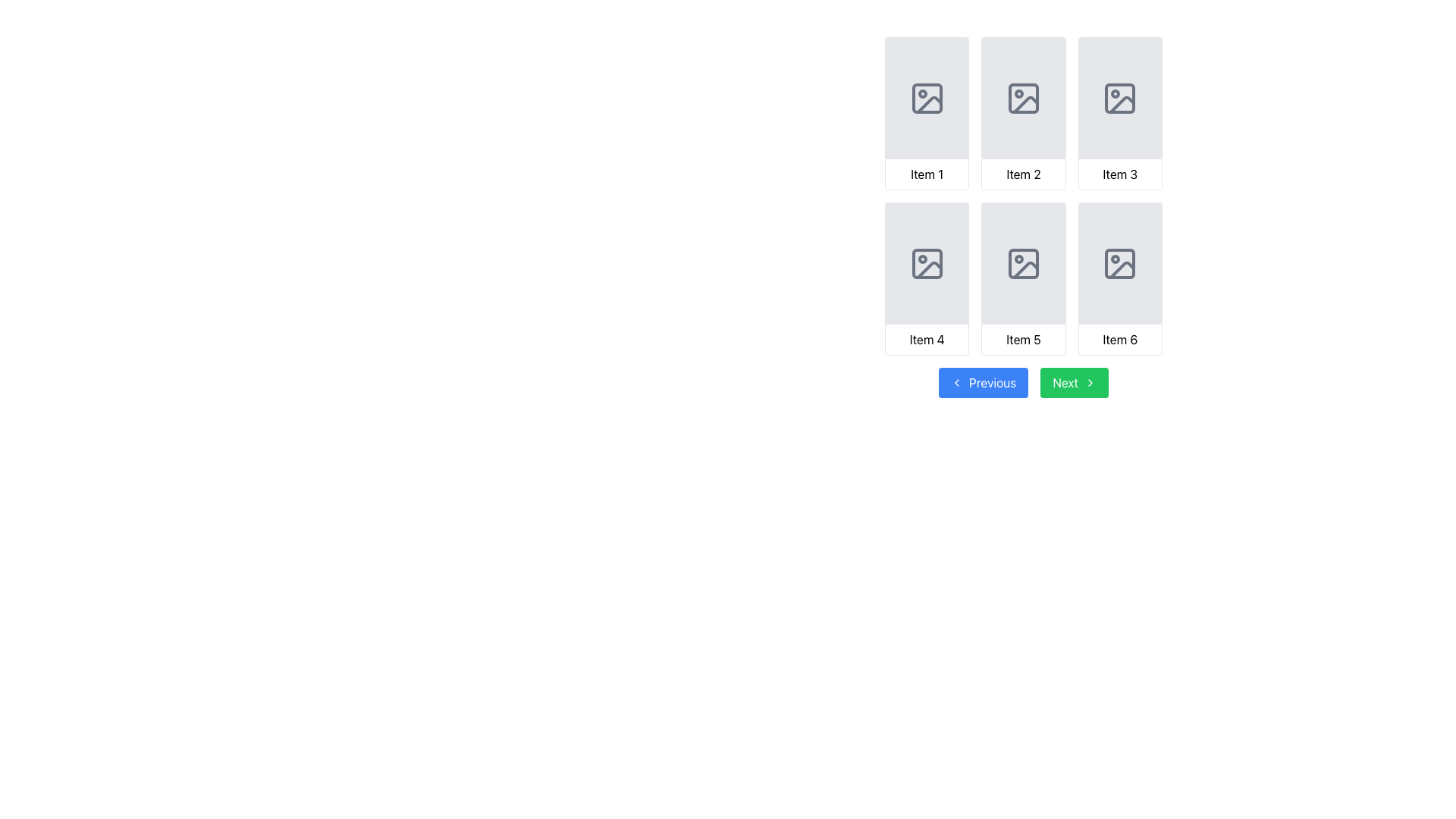  Describe the element at coordinates (1120, 262) in the screenshot. I see `the main content box of the sixth item in the grid layout, located above the text label 'Item 6', from its current position` at that location.